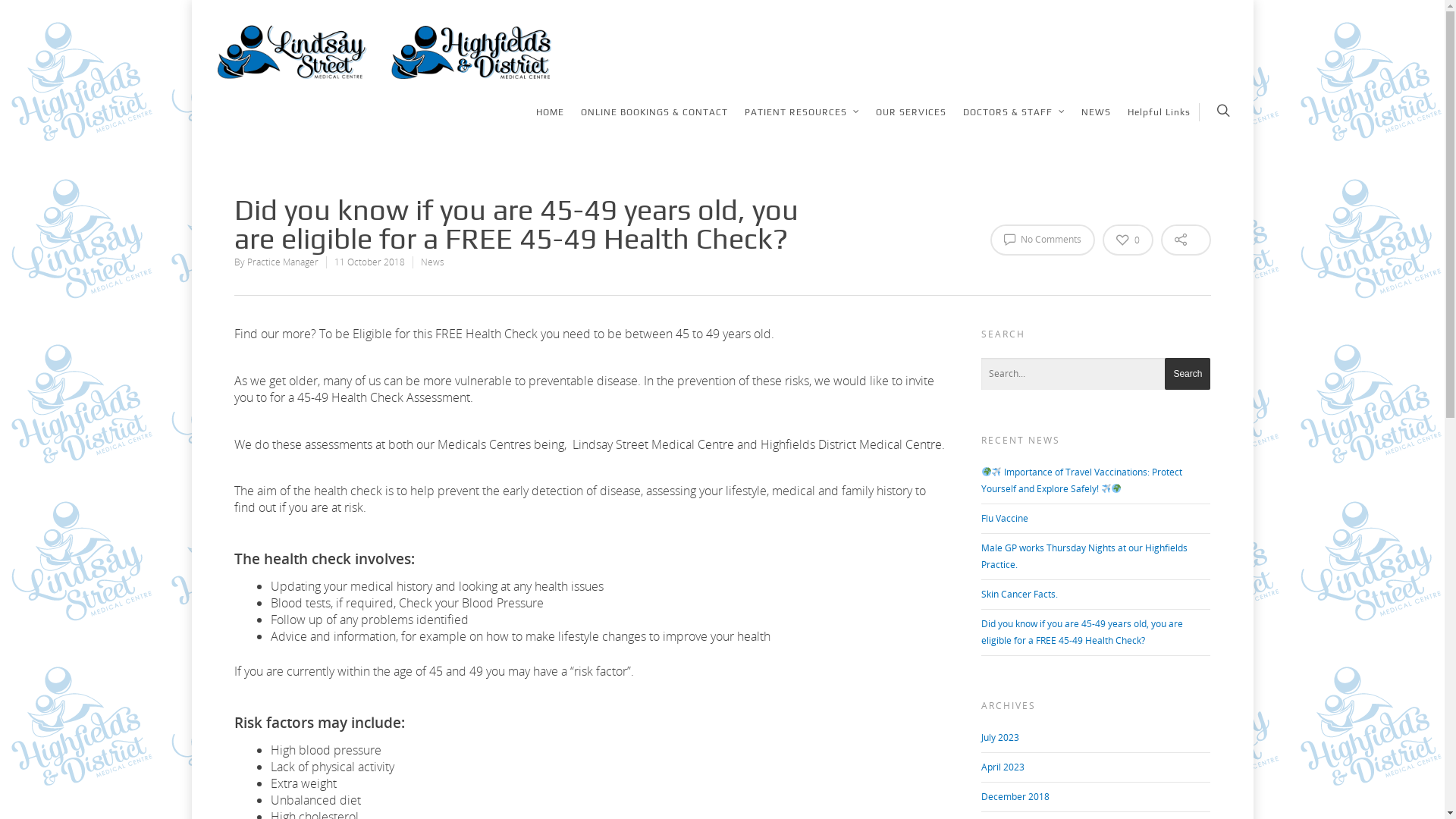 The height and width of the screenshot is (819, 1456). I want to click on 'Skin Cancer Facts.', so click(1019, 593).